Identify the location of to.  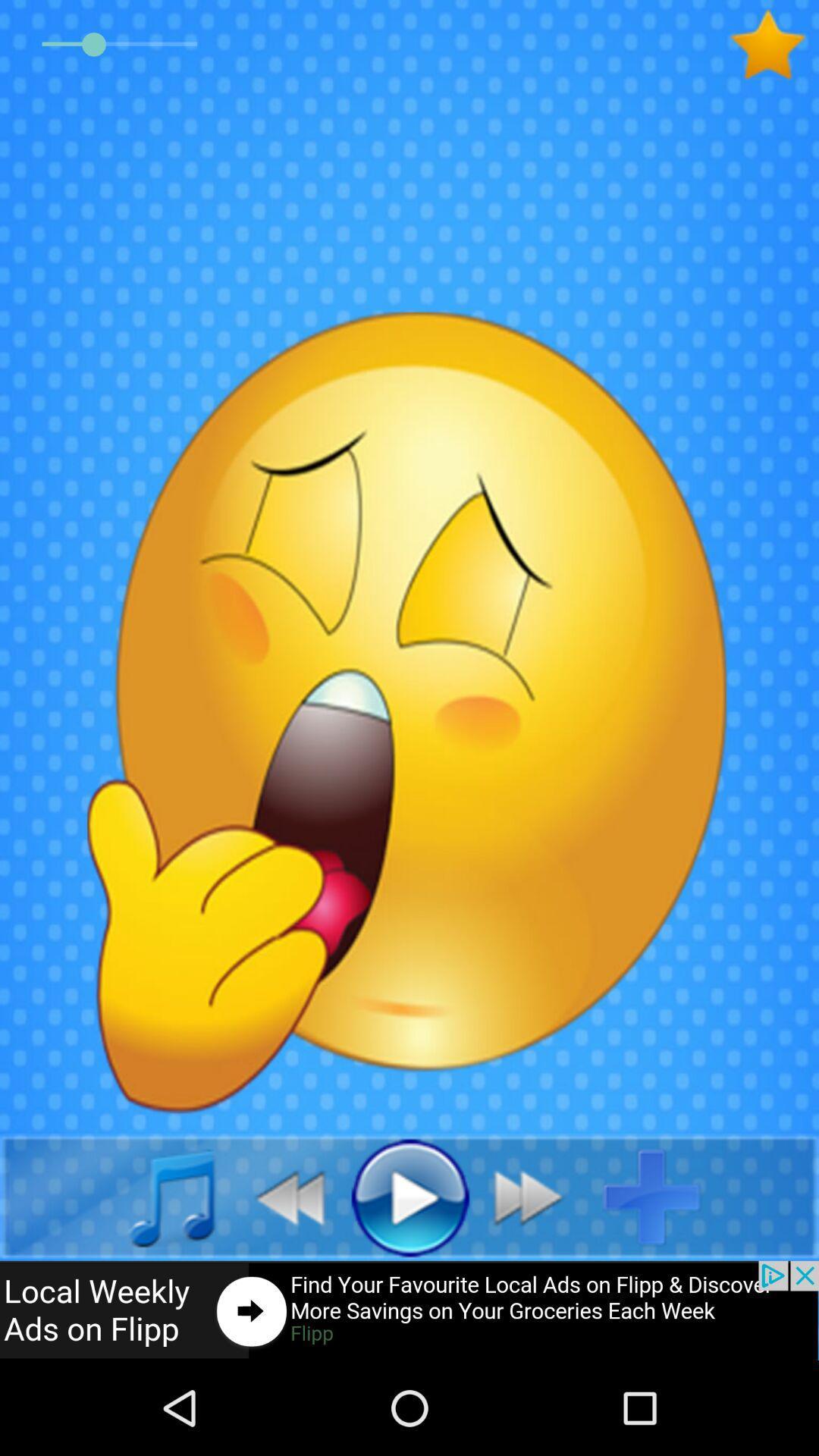
(663, 1196).